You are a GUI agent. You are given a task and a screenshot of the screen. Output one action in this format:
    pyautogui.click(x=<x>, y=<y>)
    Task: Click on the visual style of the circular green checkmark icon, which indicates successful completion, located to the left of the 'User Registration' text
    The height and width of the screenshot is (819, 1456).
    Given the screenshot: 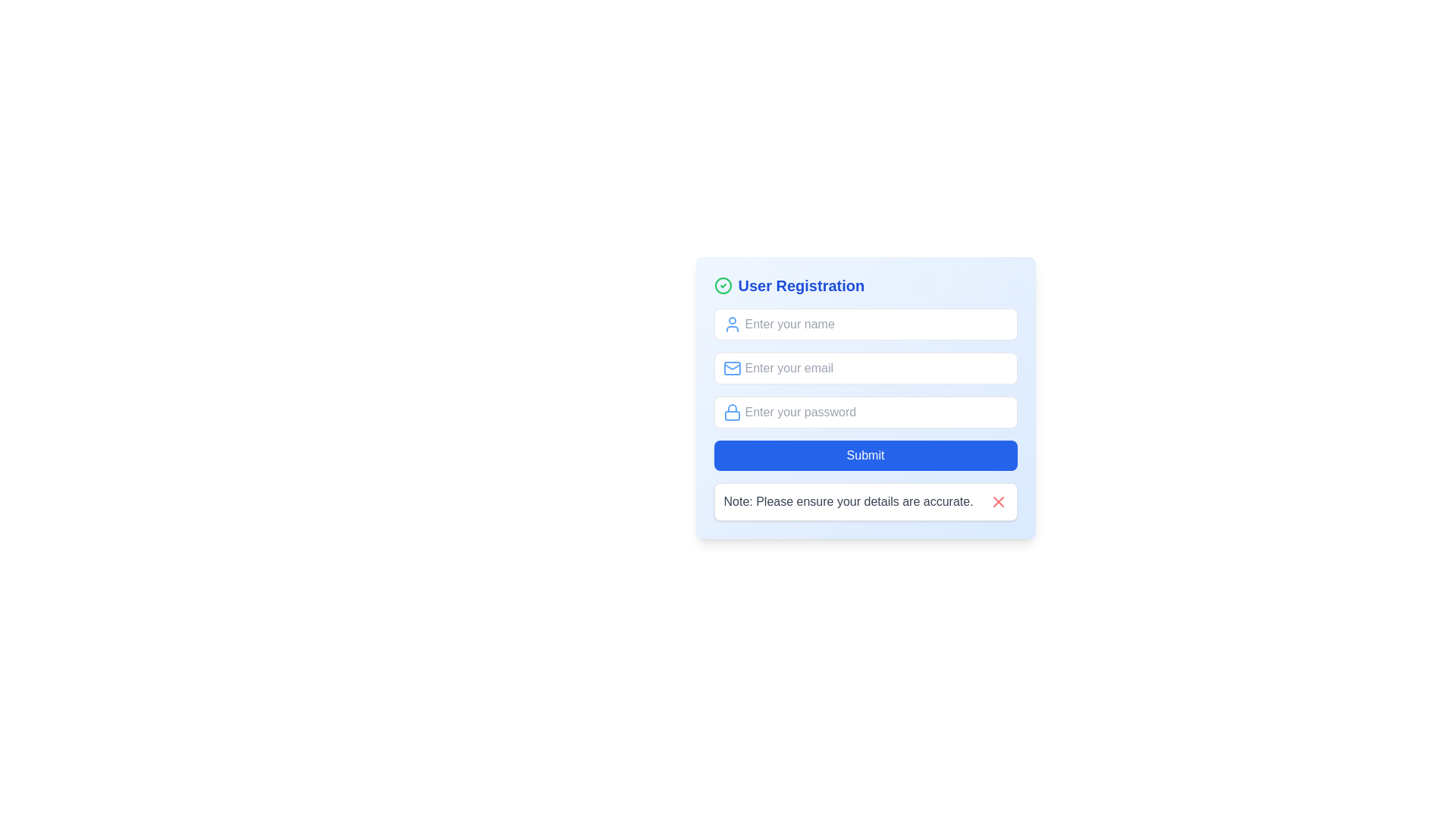 What is the action you would take?
    pyautogui.click(x=722, y=286)
    